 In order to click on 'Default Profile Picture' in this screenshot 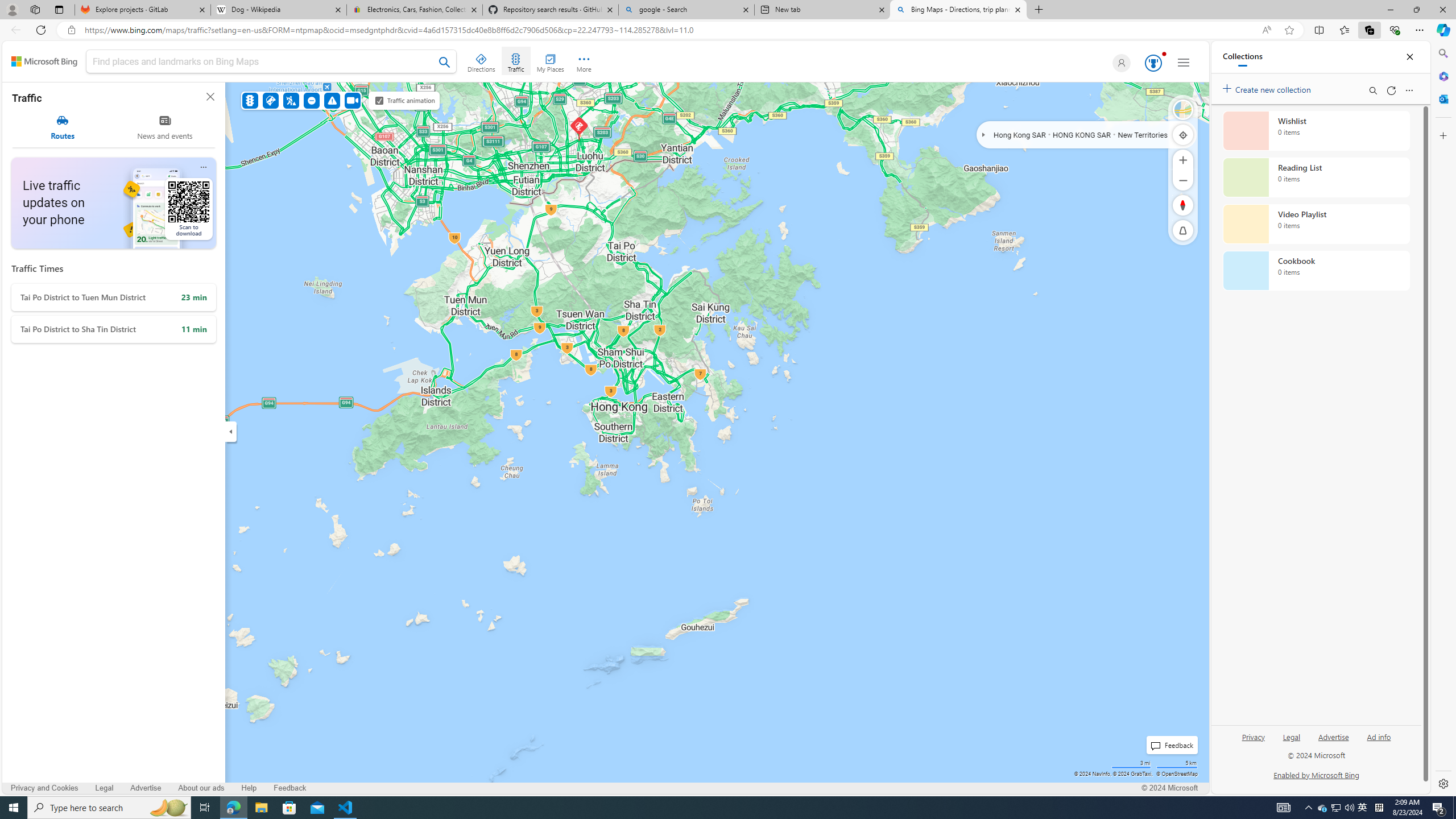, I will do `click(1119, 63)`.